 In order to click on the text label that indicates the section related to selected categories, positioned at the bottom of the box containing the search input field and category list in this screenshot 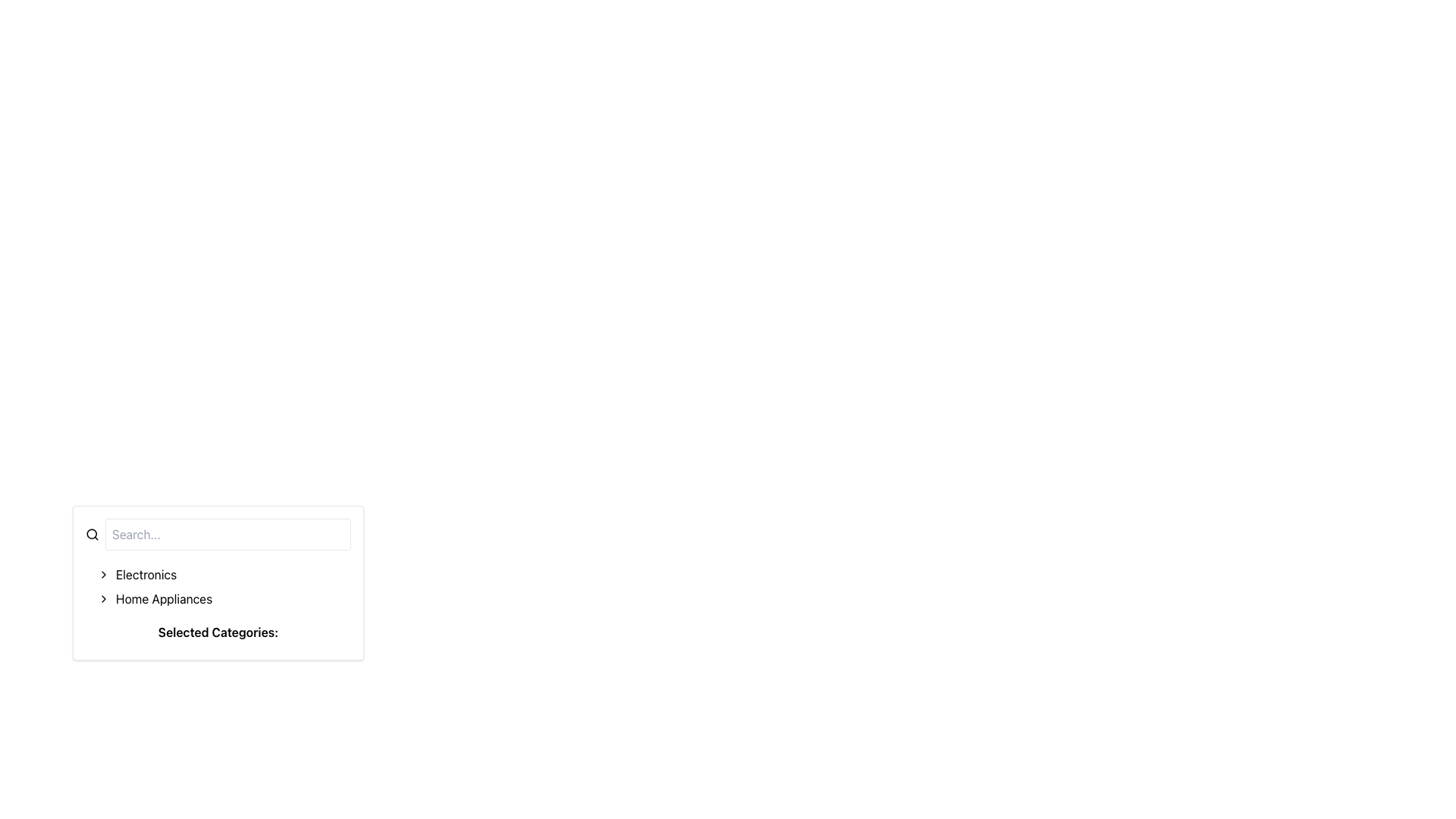, I will do `click(218, 635)`.